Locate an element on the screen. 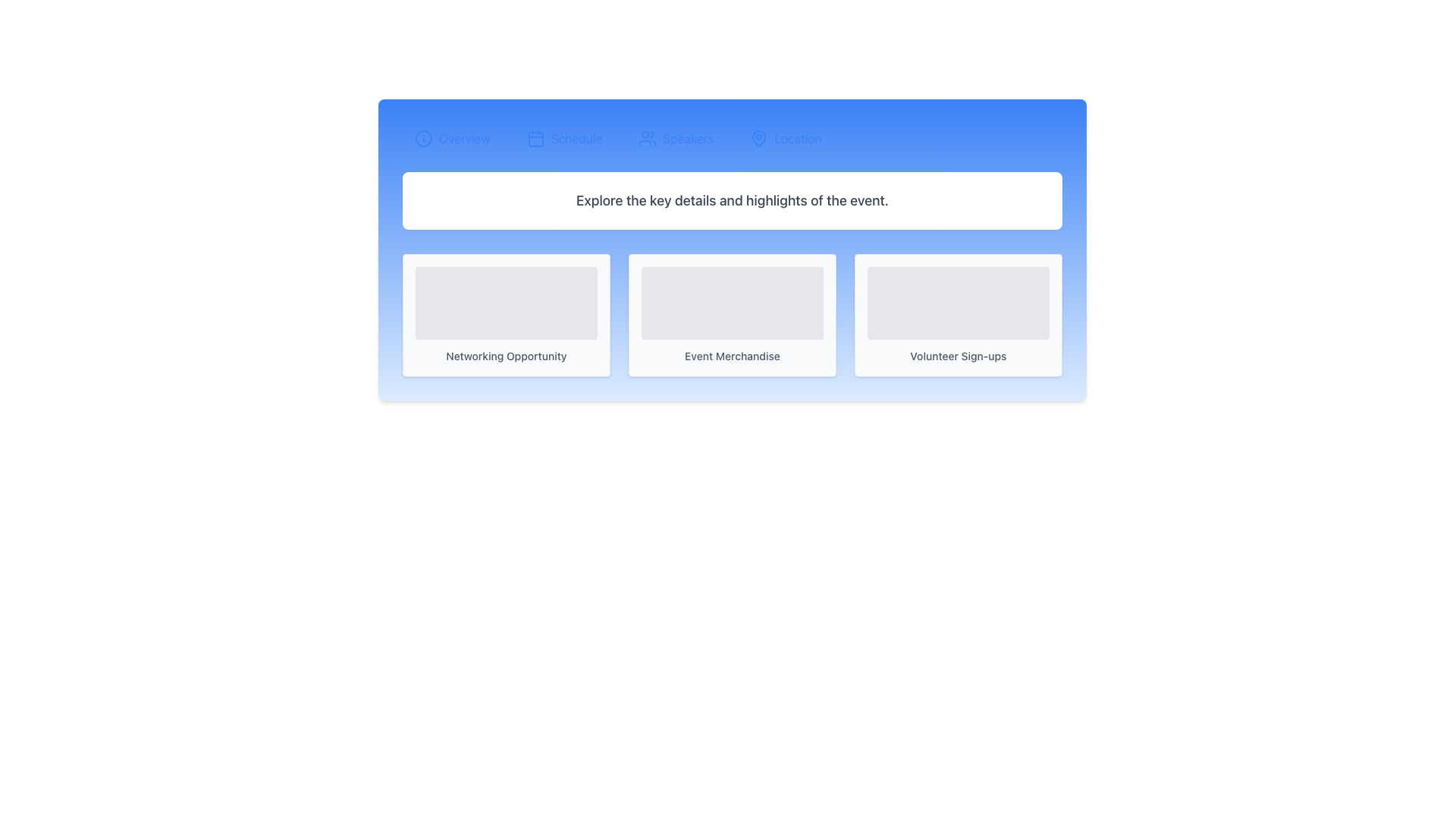 This screenshot has width=1456, height=819. the information card for signing up for volunteer activities, which is the third item in a row of three elements located in the bottom section of the interface is located at coordinates (957, 315).